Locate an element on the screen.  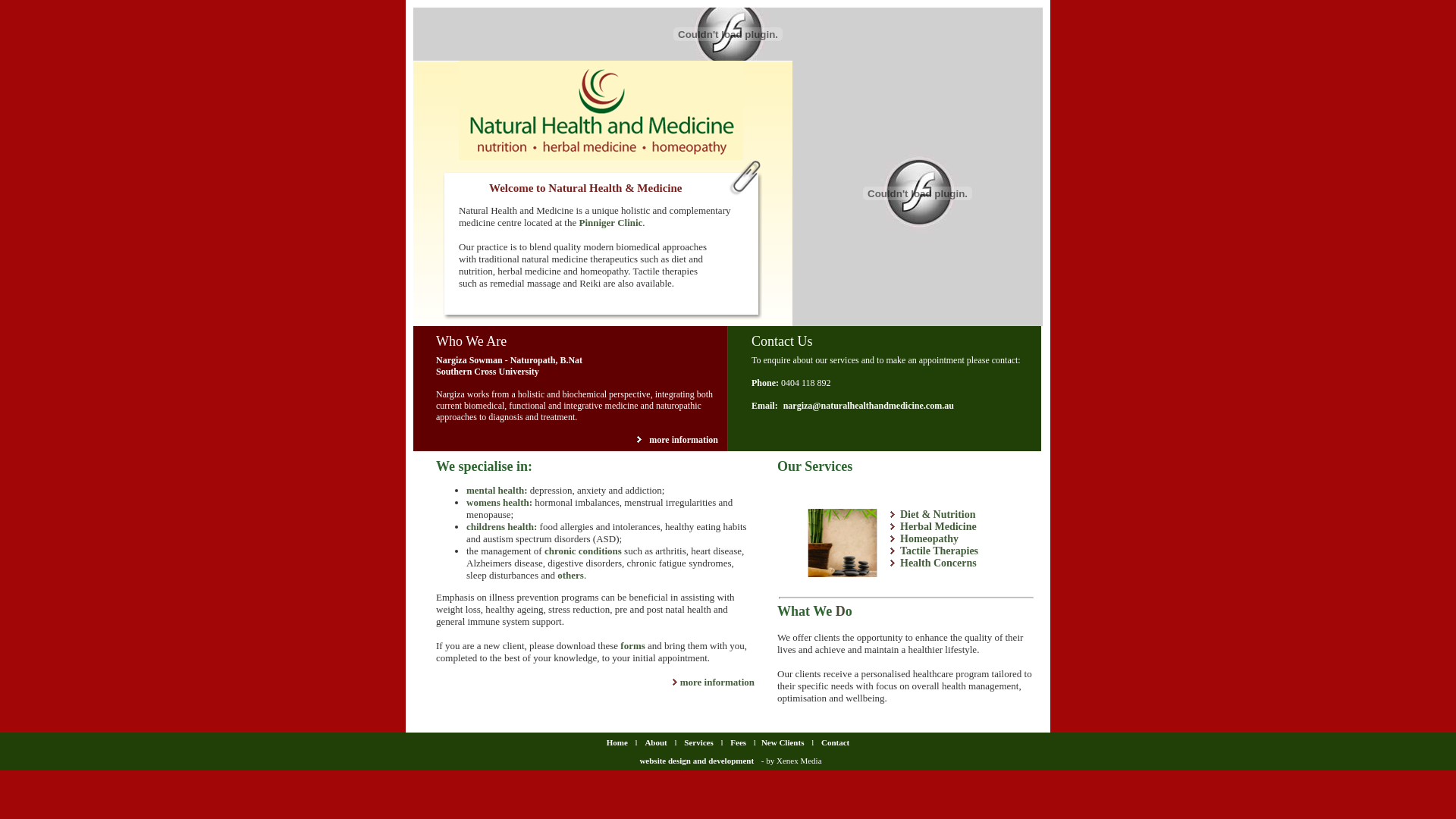
'Health Concerns' is located at coordinates (937, 563).